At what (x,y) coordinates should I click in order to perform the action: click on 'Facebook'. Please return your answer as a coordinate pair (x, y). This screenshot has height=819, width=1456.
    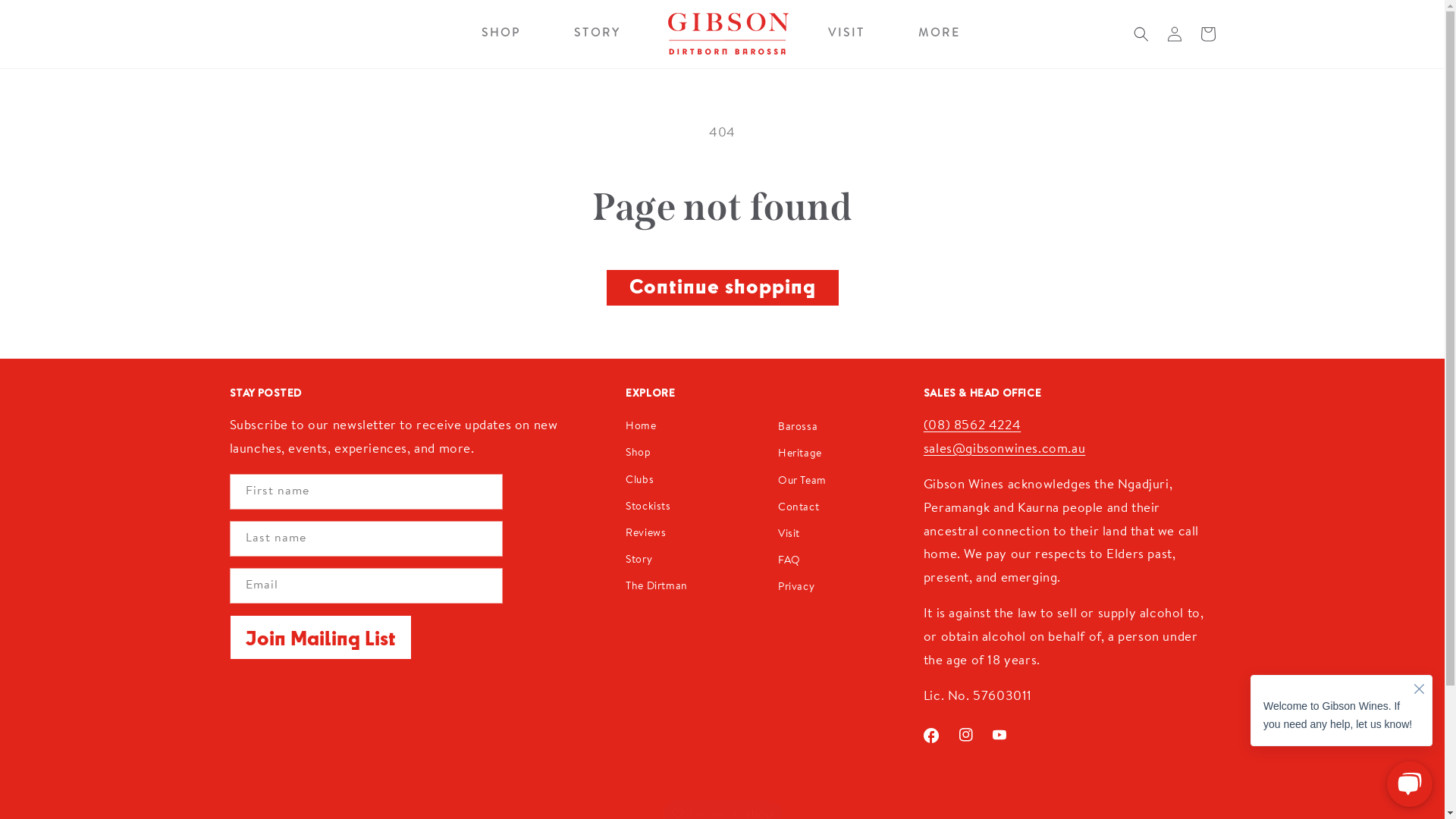
    Looking at the image, I should click on (930, 734).